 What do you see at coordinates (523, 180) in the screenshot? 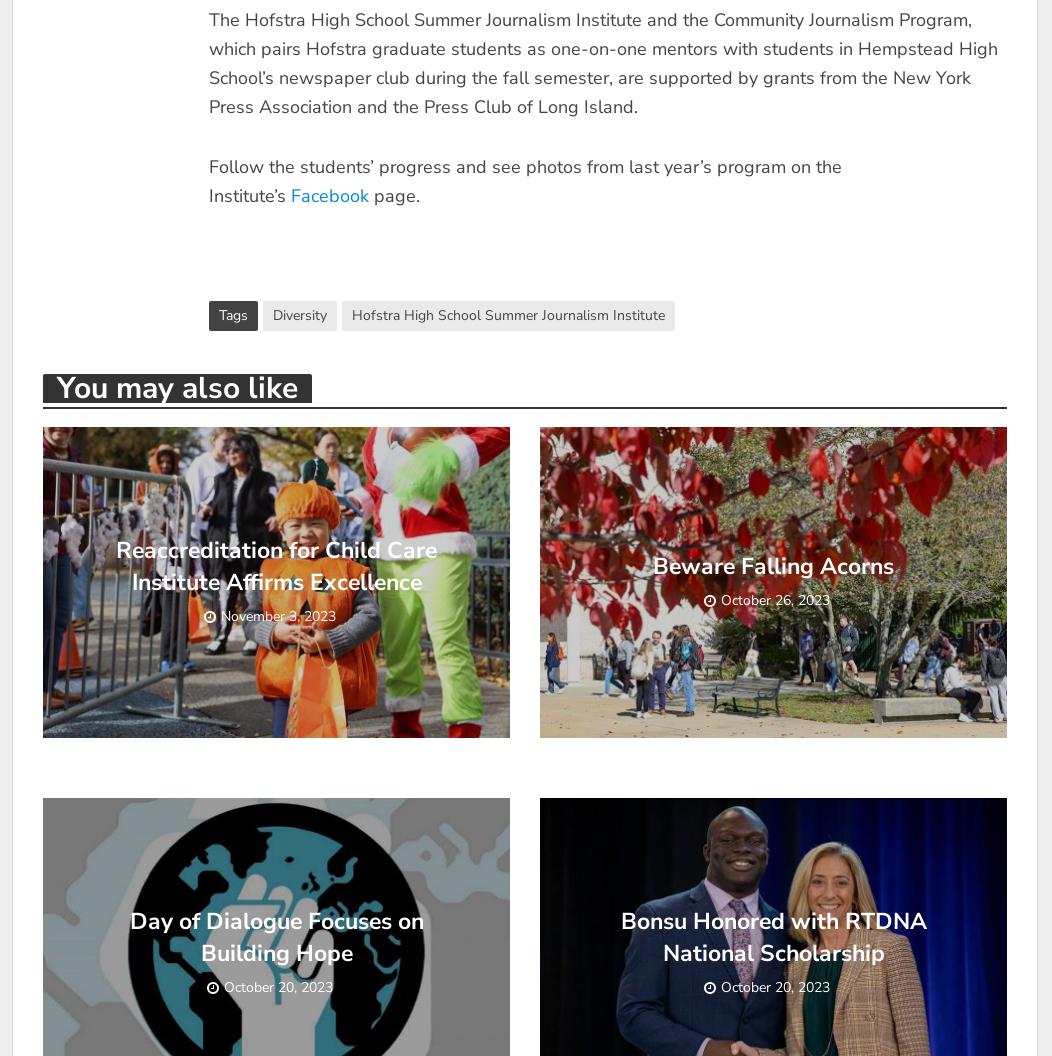
I see `'Follow the students’ progress and see photos from last year’s program on the Institute’s'` at bounding box center [523, 180].